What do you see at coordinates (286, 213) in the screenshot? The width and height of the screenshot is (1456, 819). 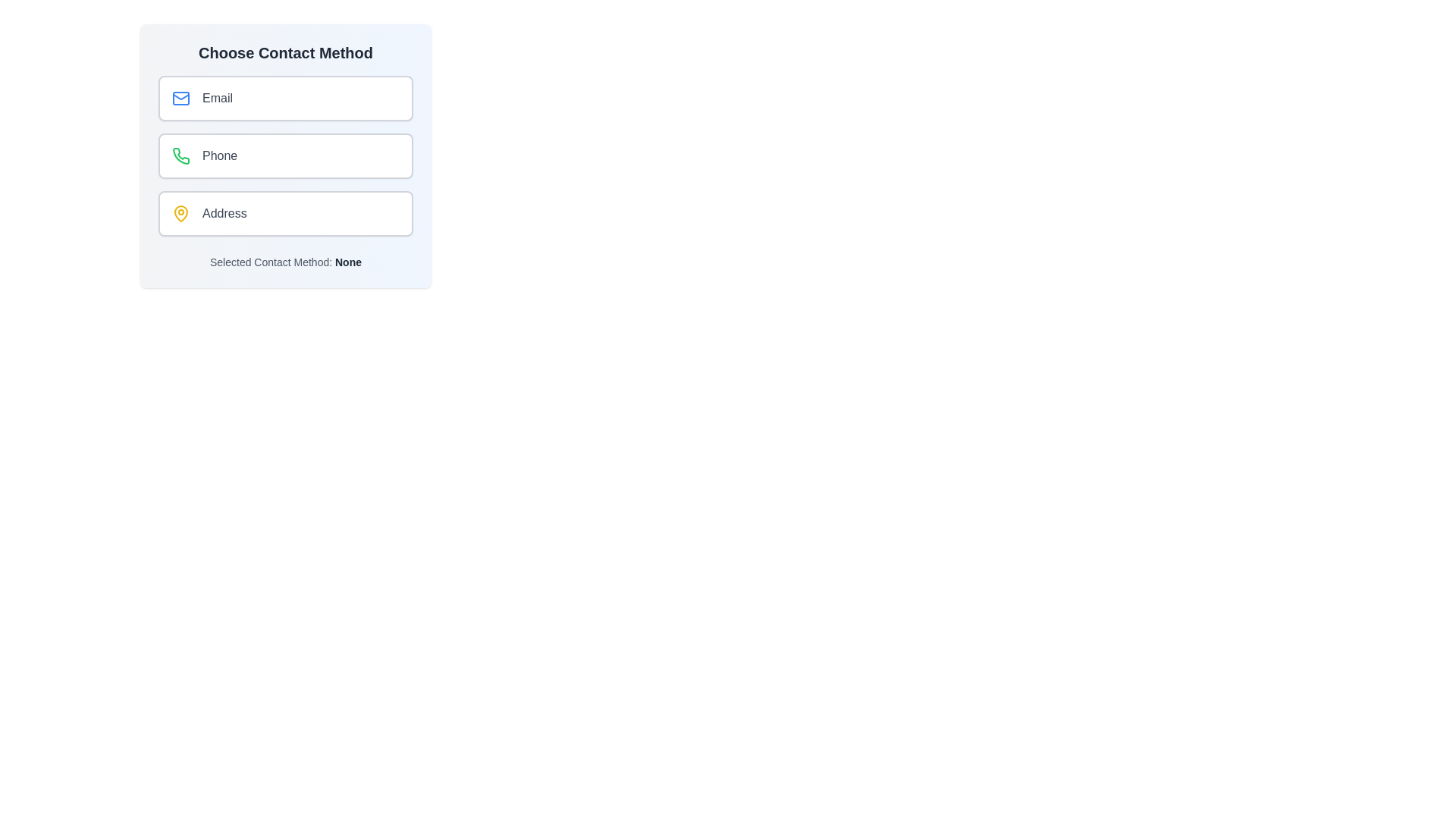 I see `the contact method Address by clicking on its corresponding chip` at bounding box center [286, 213].